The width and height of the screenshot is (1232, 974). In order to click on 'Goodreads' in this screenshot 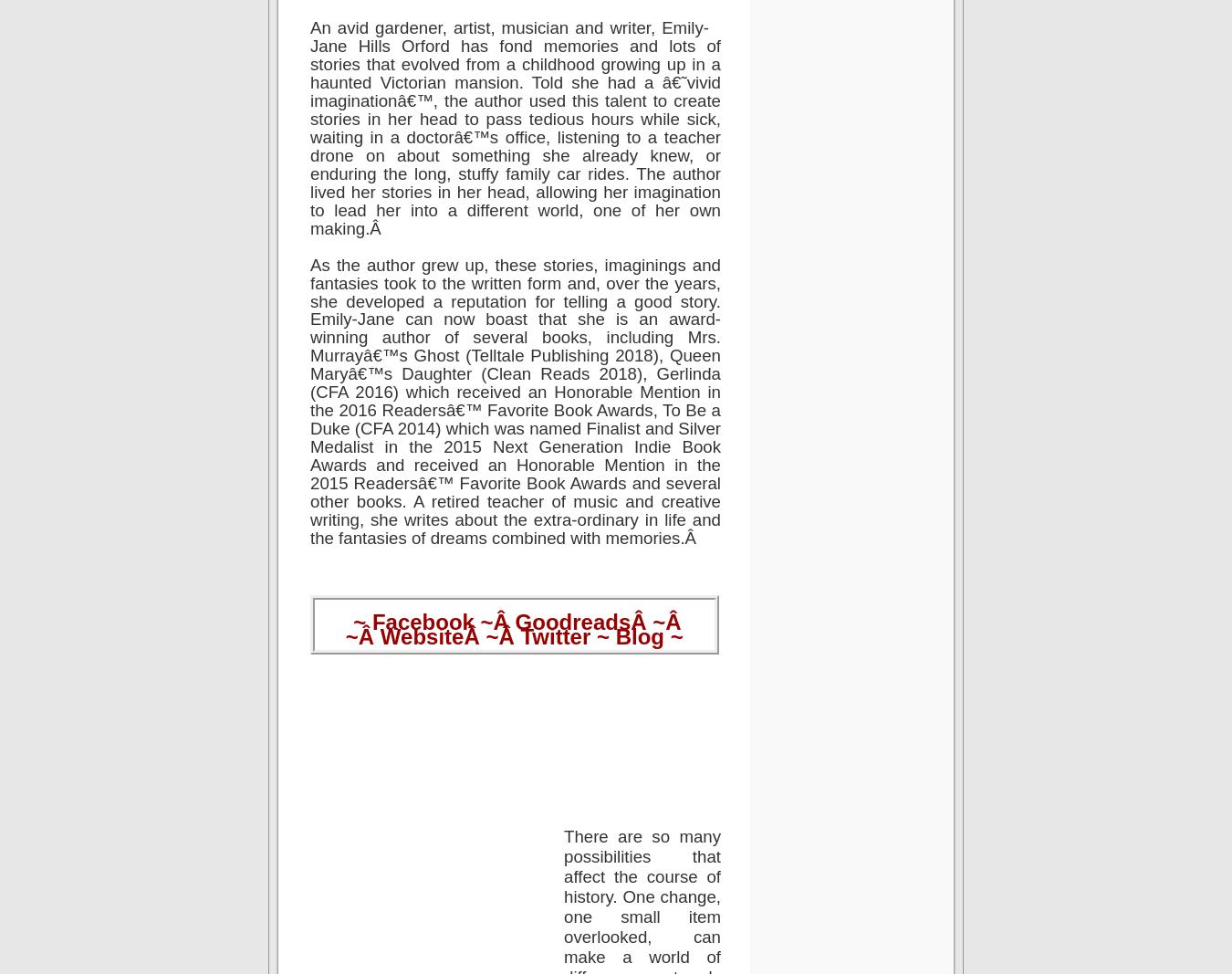, I will do `click(572, 621)`.